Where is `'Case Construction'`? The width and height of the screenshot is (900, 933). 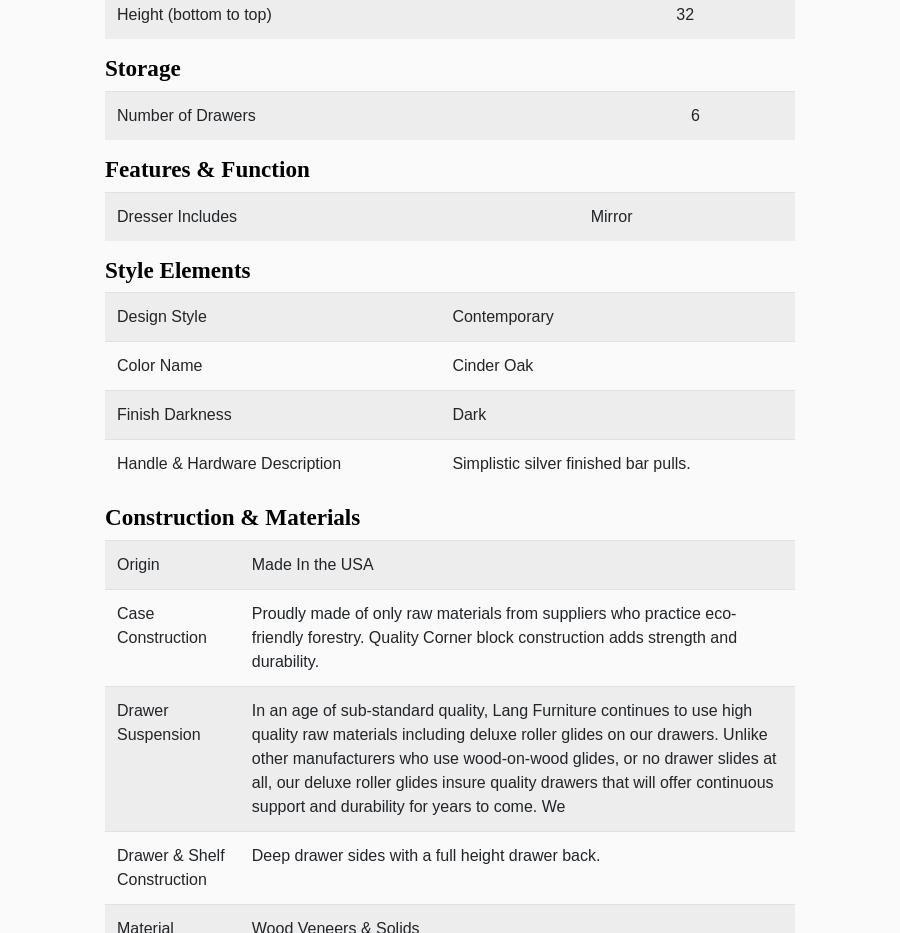 'Case Construction' is located at coordinates (161, 624).